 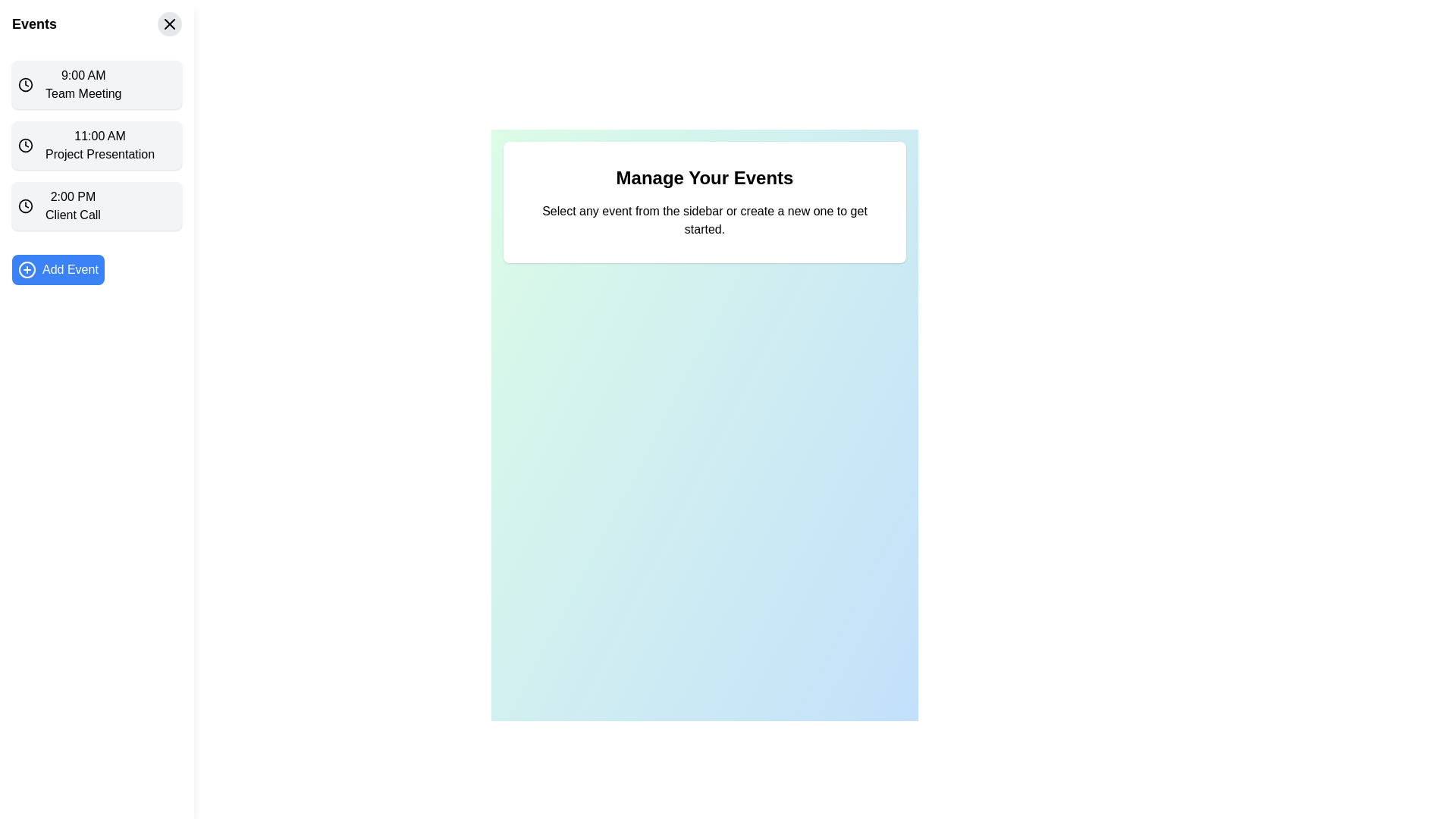 What do you see at coordinates (96, 146) in the screenshot?
I see `the second event card in the schedule interface` at bounding box center [96, 146].